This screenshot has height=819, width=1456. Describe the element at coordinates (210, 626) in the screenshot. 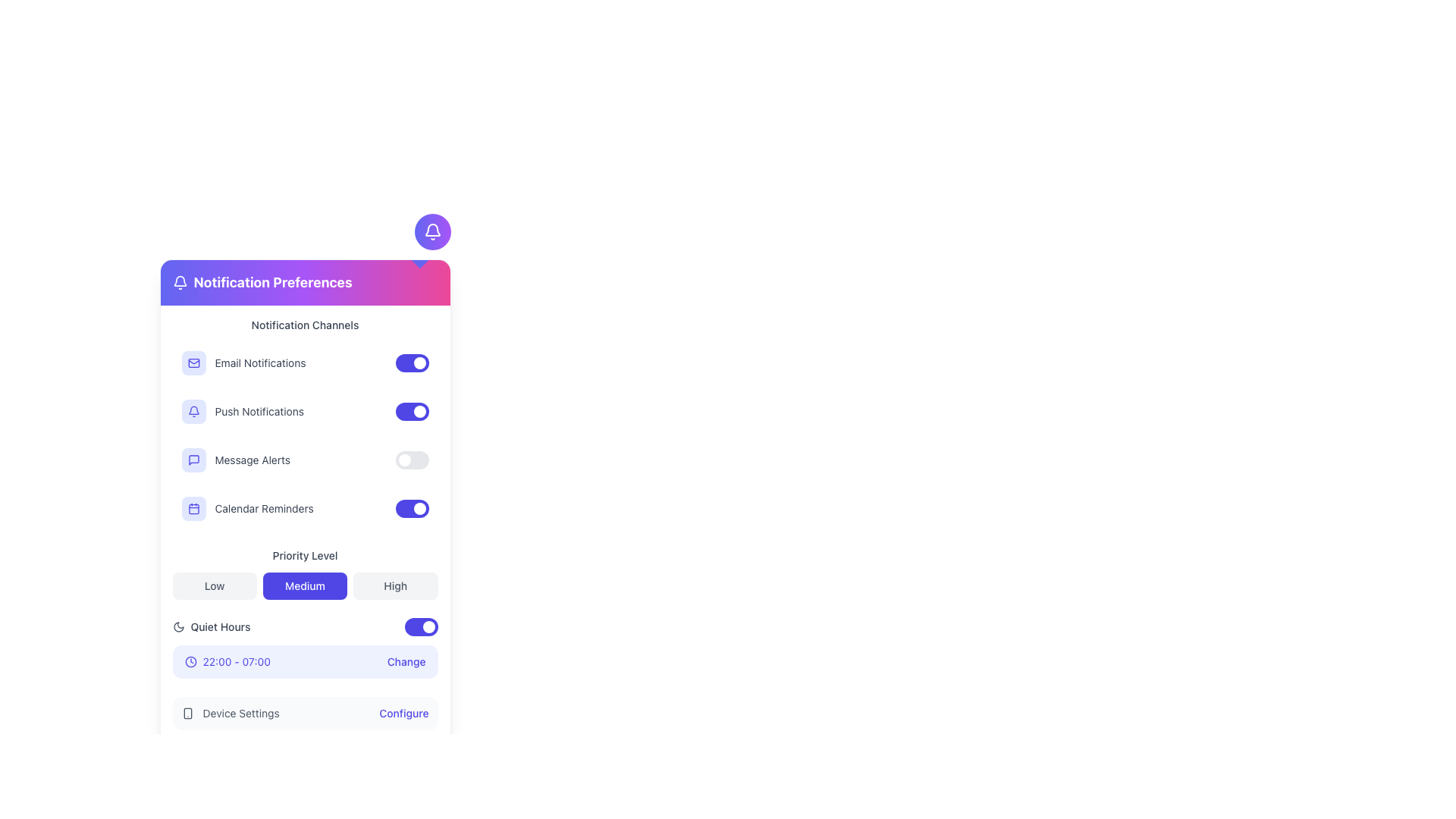

I see `the 'Quiet Hours' label with a moon icon, which is located in the notification settings section, positioned between the 'Priority Level' buttons and an interactive time range control` at that location.